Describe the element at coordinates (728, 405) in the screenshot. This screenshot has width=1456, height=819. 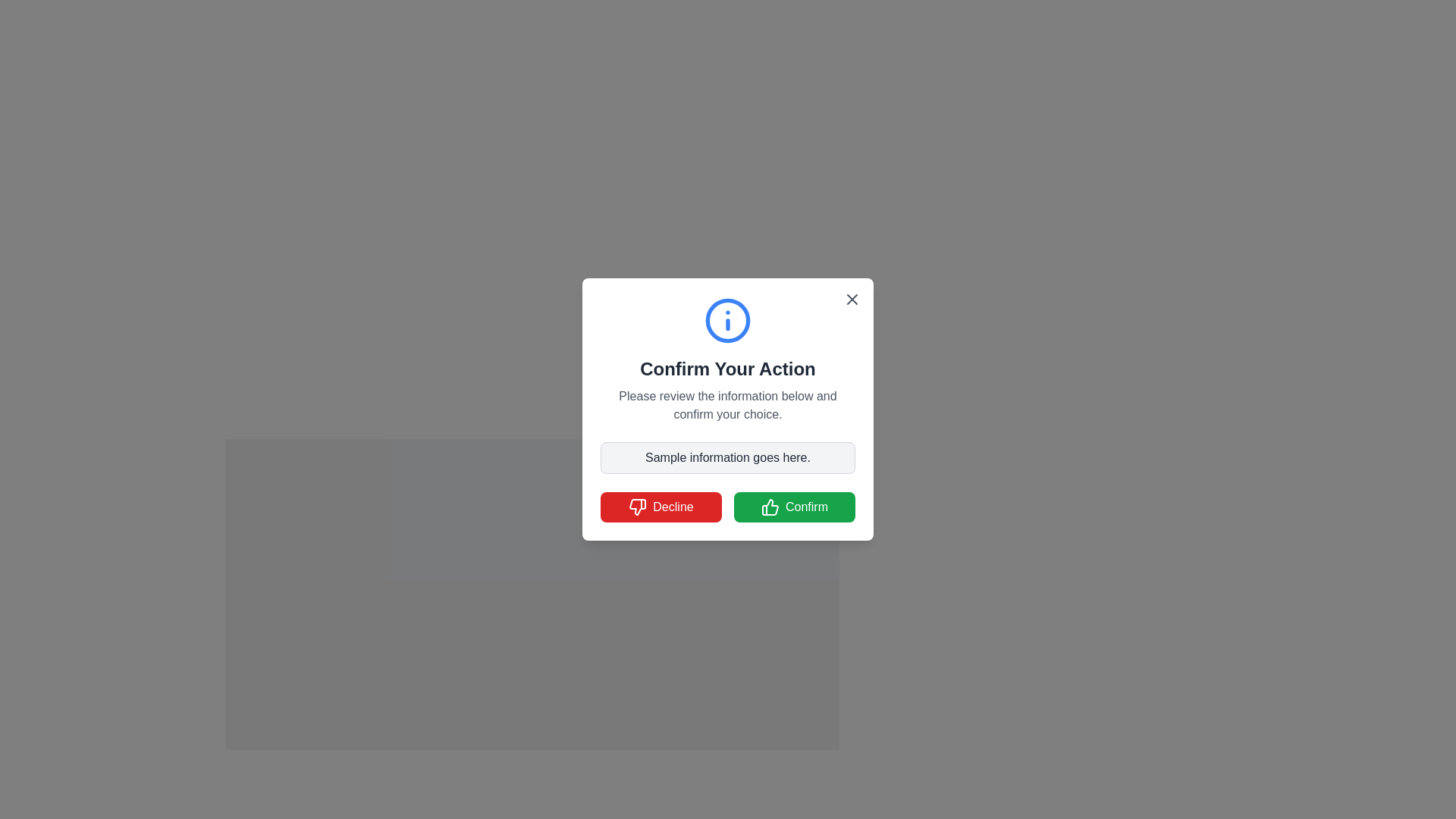
I see `instructional text label located beneath the title 'Confirm Your Action' and above the informational text box, centered horizontally within the popup box` at that location.